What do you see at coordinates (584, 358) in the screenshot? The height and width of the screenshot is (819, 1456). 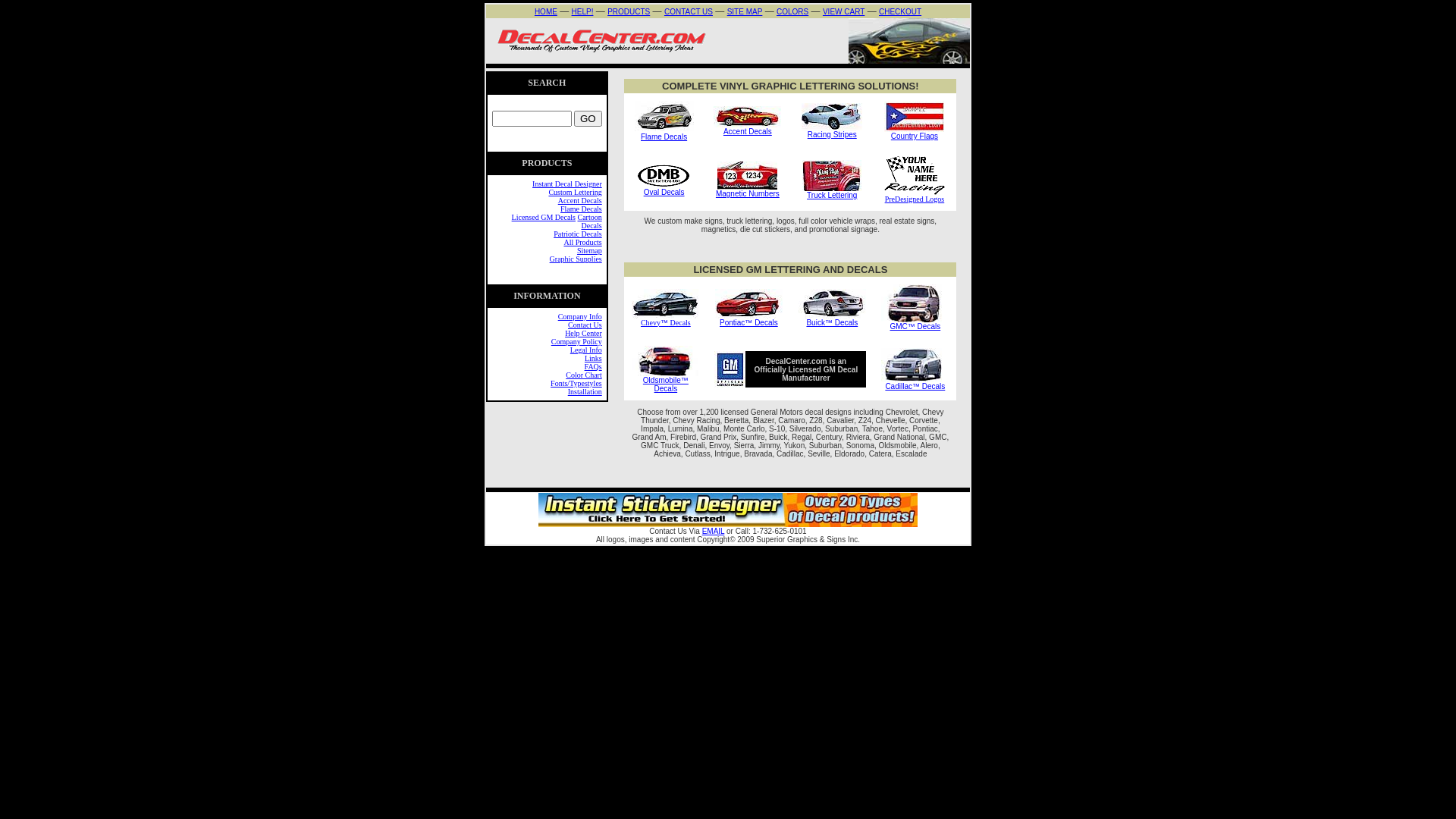 I see `'Links'` at bounding box center [584, 358].